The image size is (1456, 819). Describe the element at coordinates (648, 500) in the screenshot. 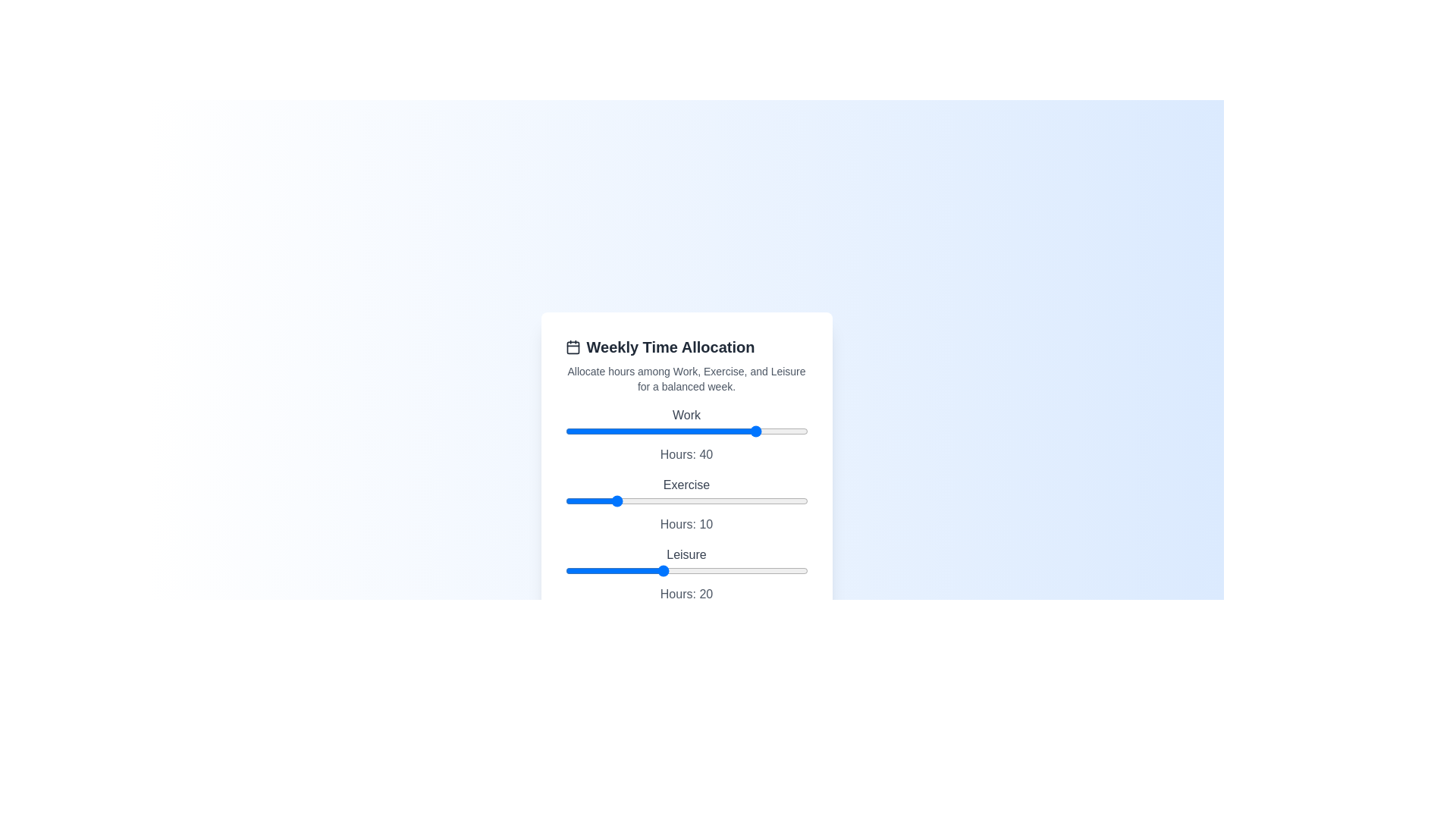

I see `the 'Exercise' slider to 17 hours` at that location.